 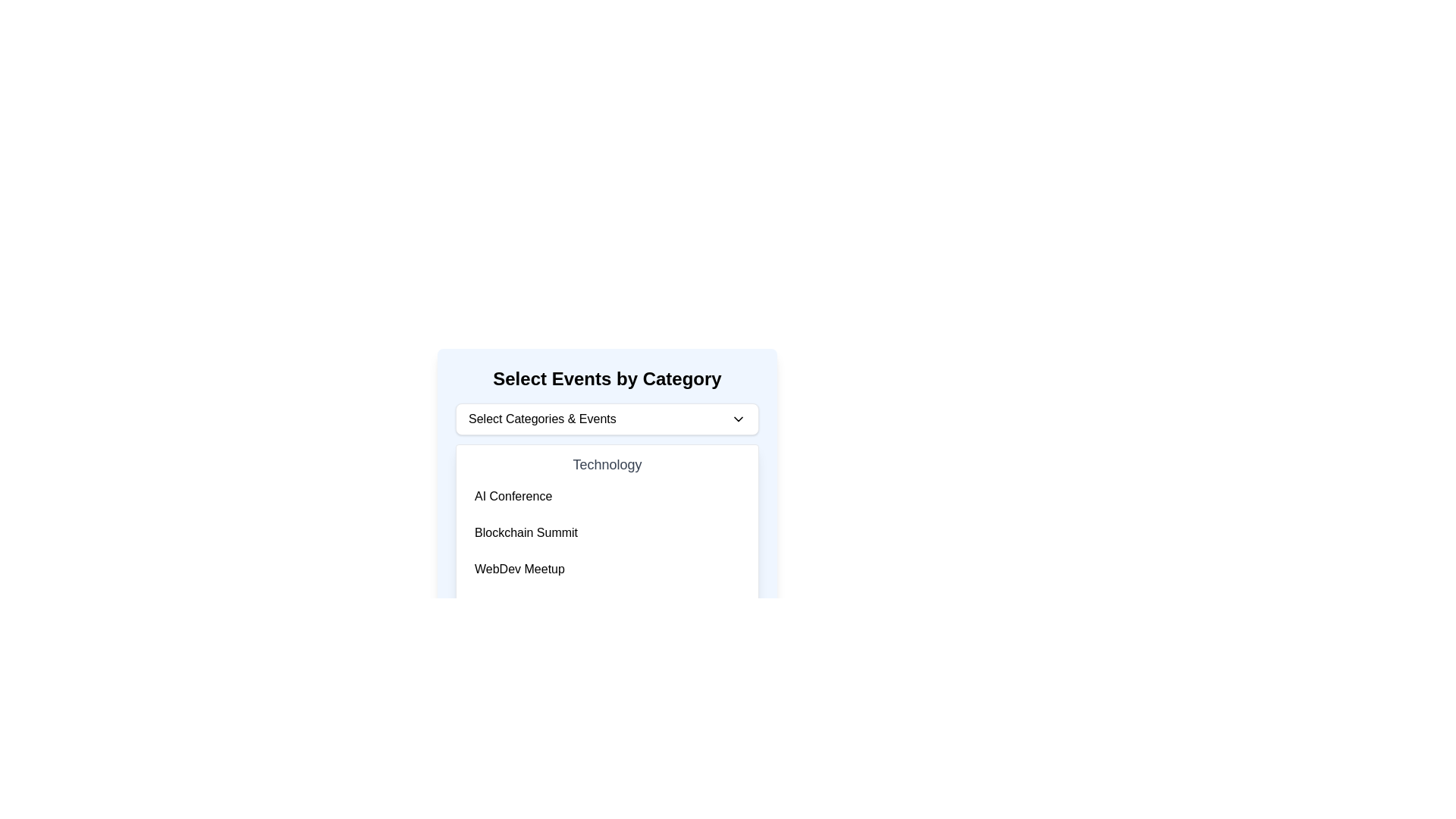 I want to click on the 'WebDev Meetup' event option in the 'Select Events by Category' interface, which is the last item in the 'Technology' list, so click(x=607, y=570).